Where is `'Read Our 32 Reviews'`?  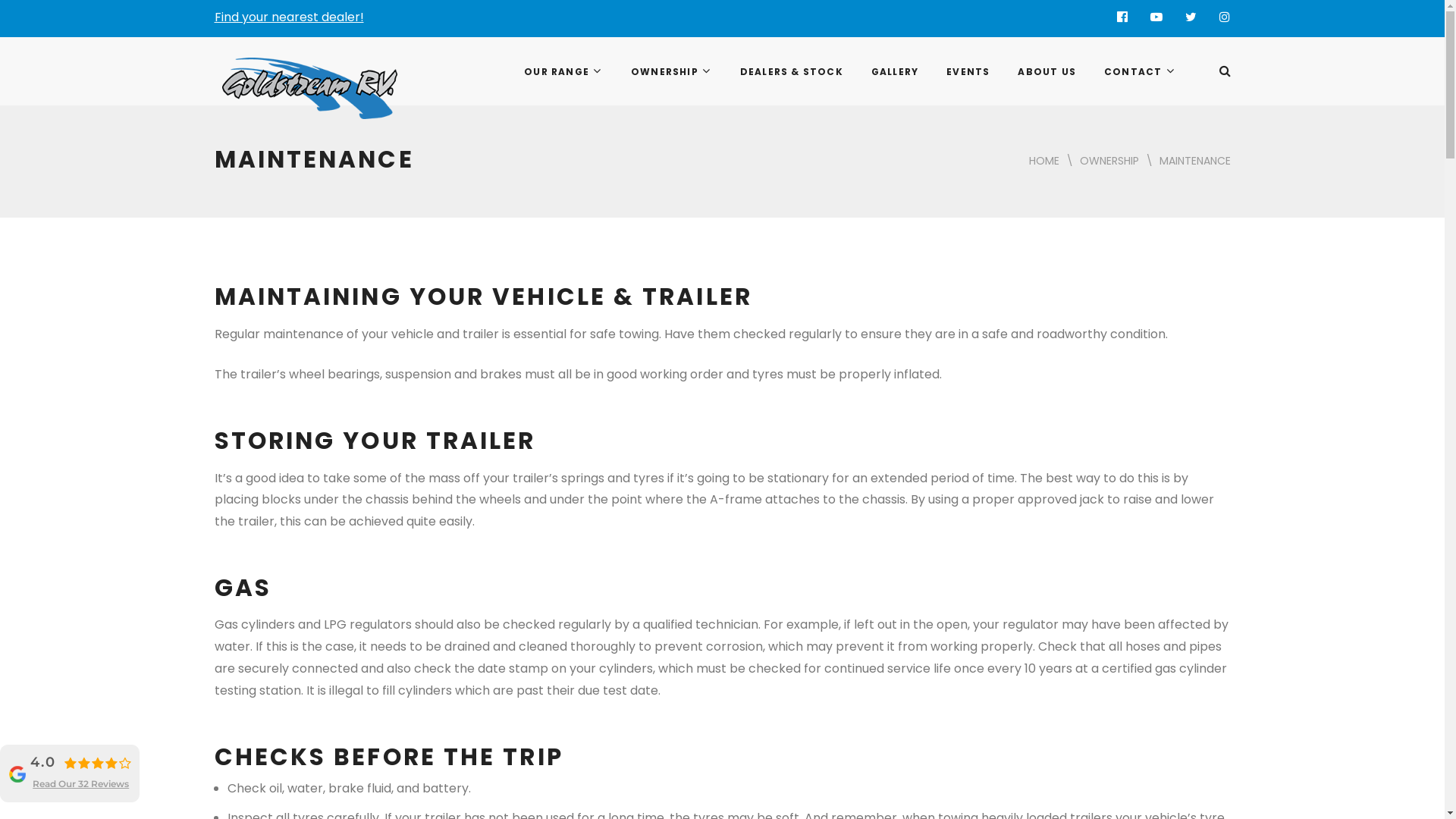
'Read Our 32 Reviews' is located at coordinates (33, 783).